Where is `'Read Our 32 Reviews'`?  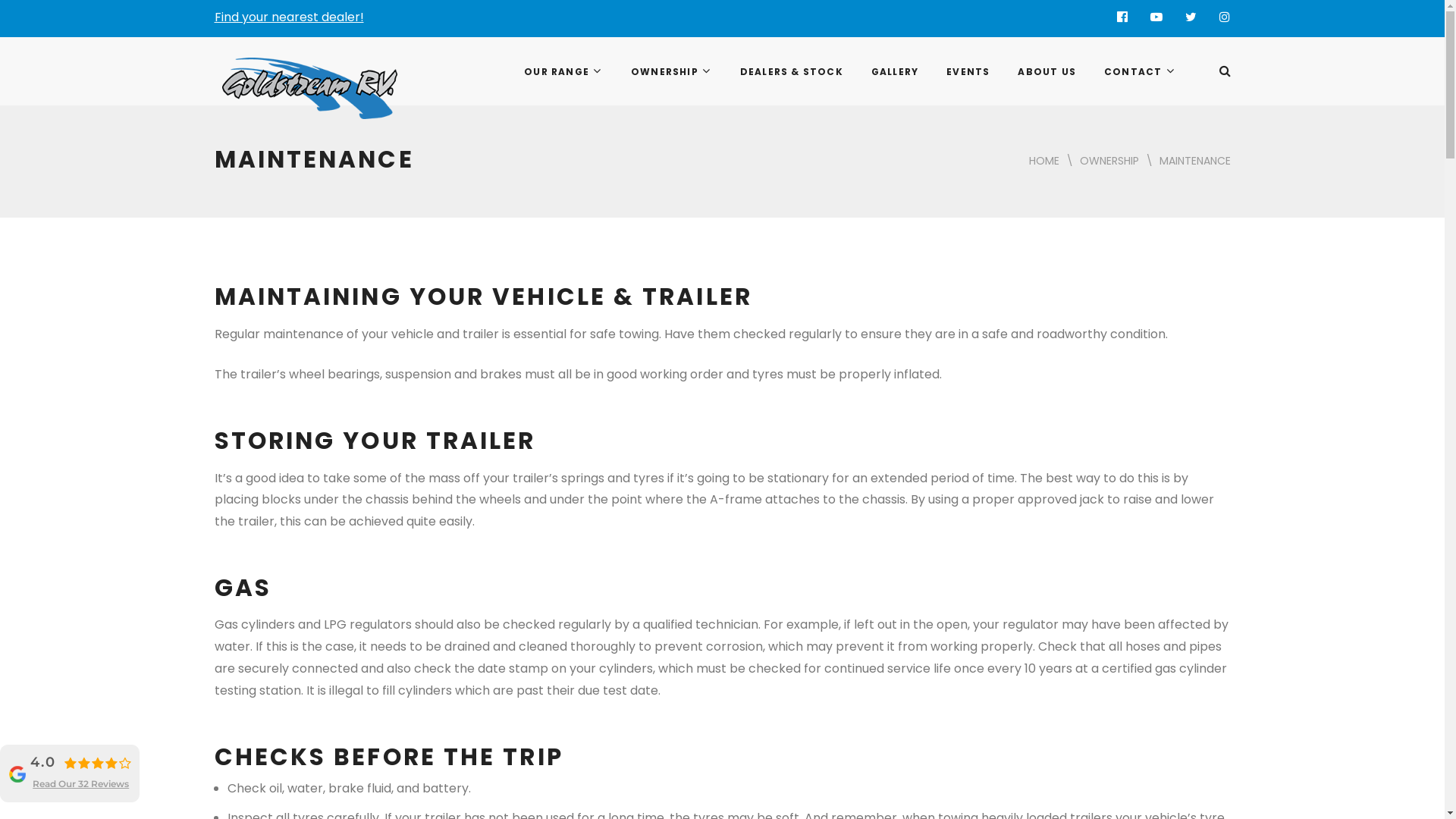
'Read Our 32 Reviews' is located at coordinates (33, 783).